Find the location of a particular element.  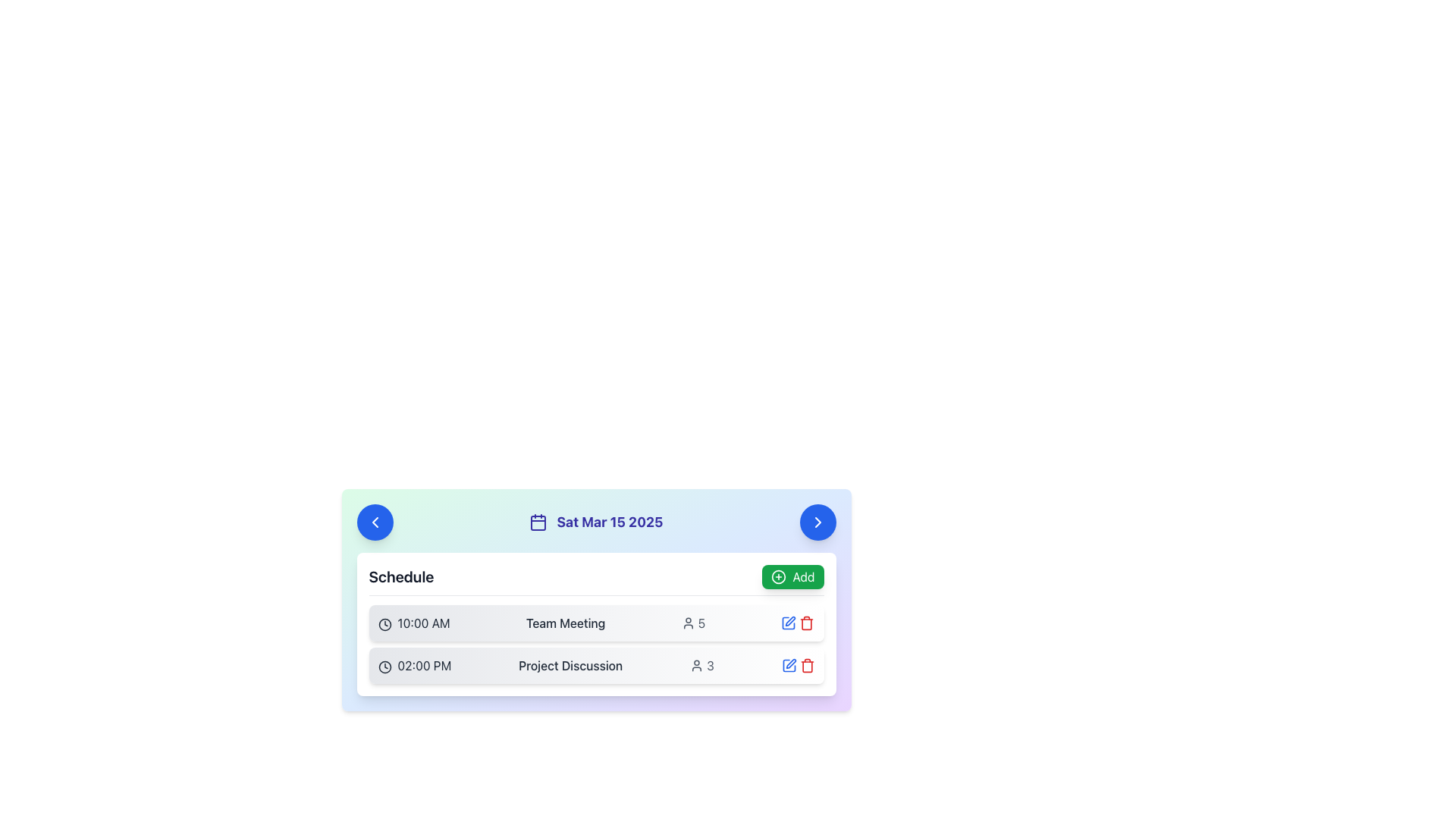

the add icon located at the top-right of the schedule section is located at coordinates (779, 576).